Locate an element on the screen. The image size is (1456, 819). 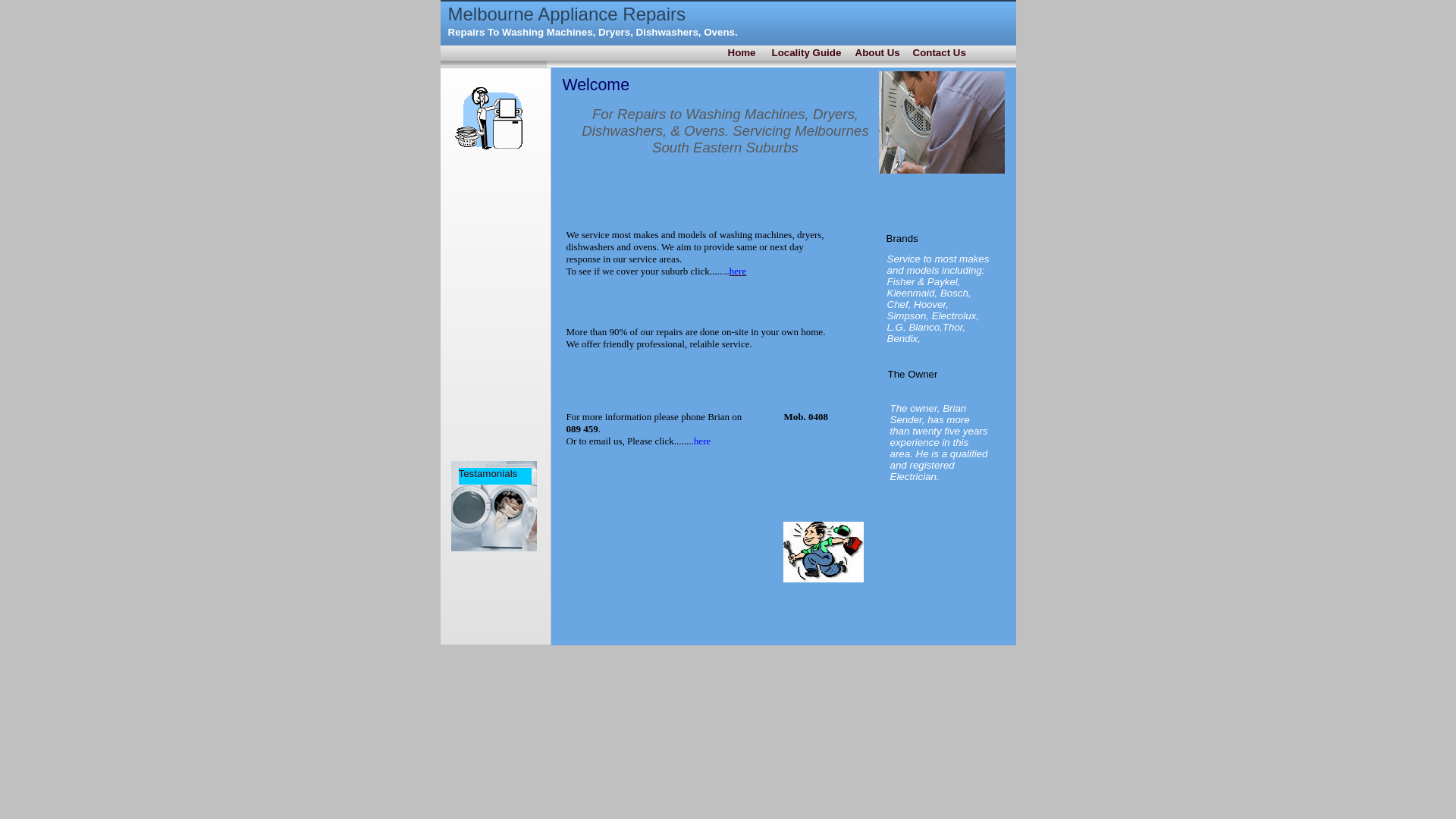
'About Us' is located at coordinates (877, 52).